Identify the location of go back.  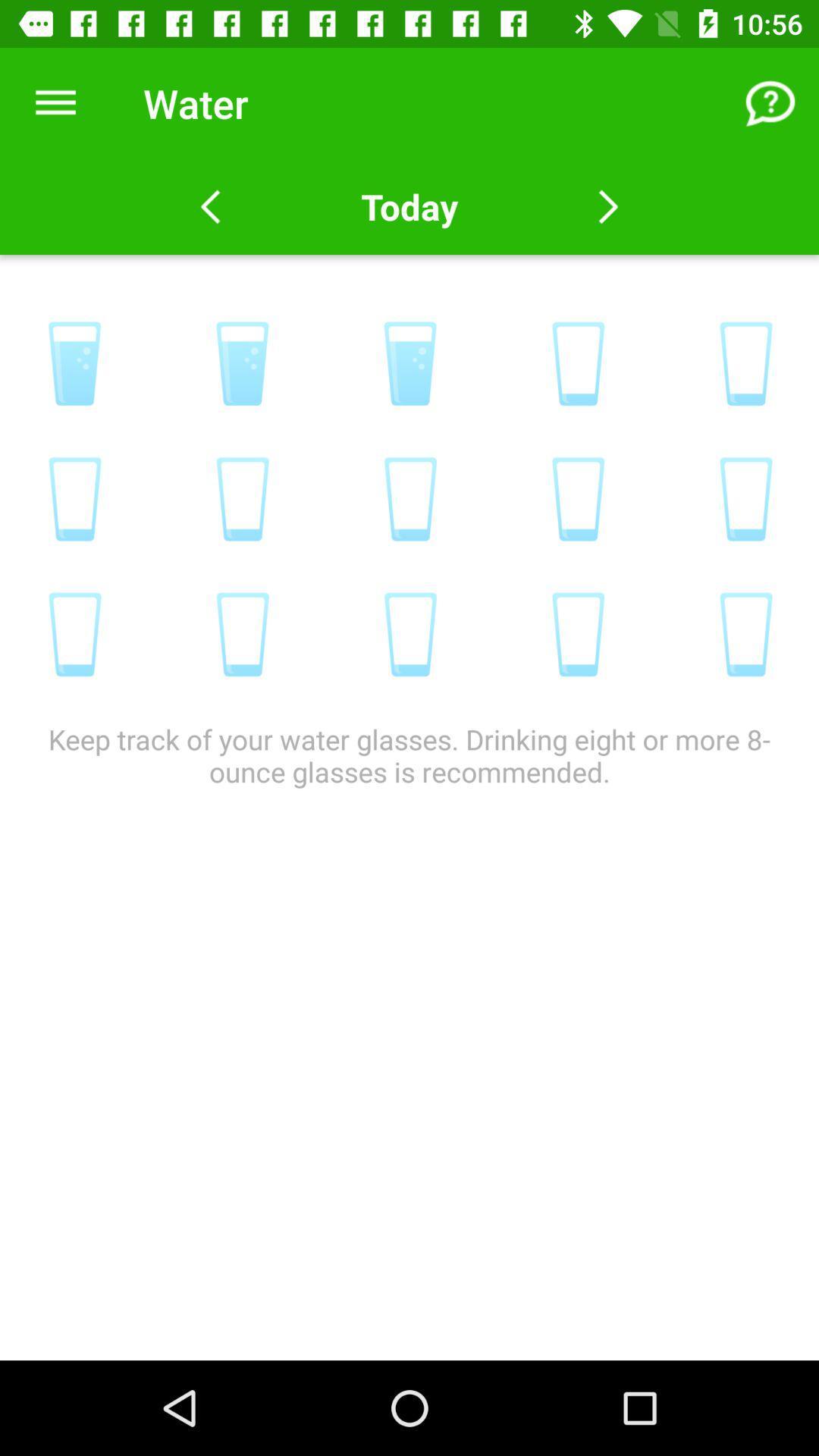
(210, 206).